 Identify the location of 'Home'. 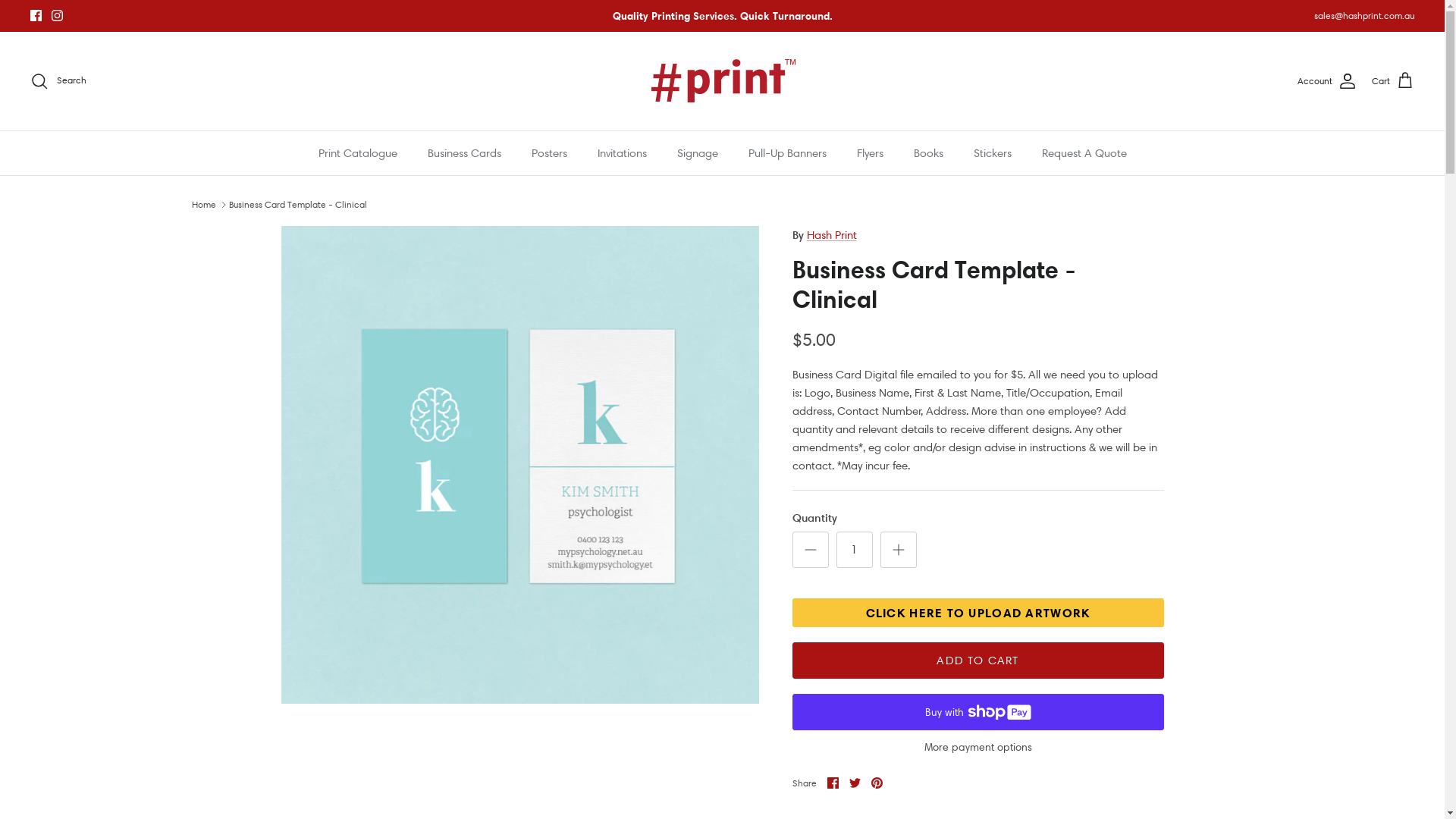
(202, 203).